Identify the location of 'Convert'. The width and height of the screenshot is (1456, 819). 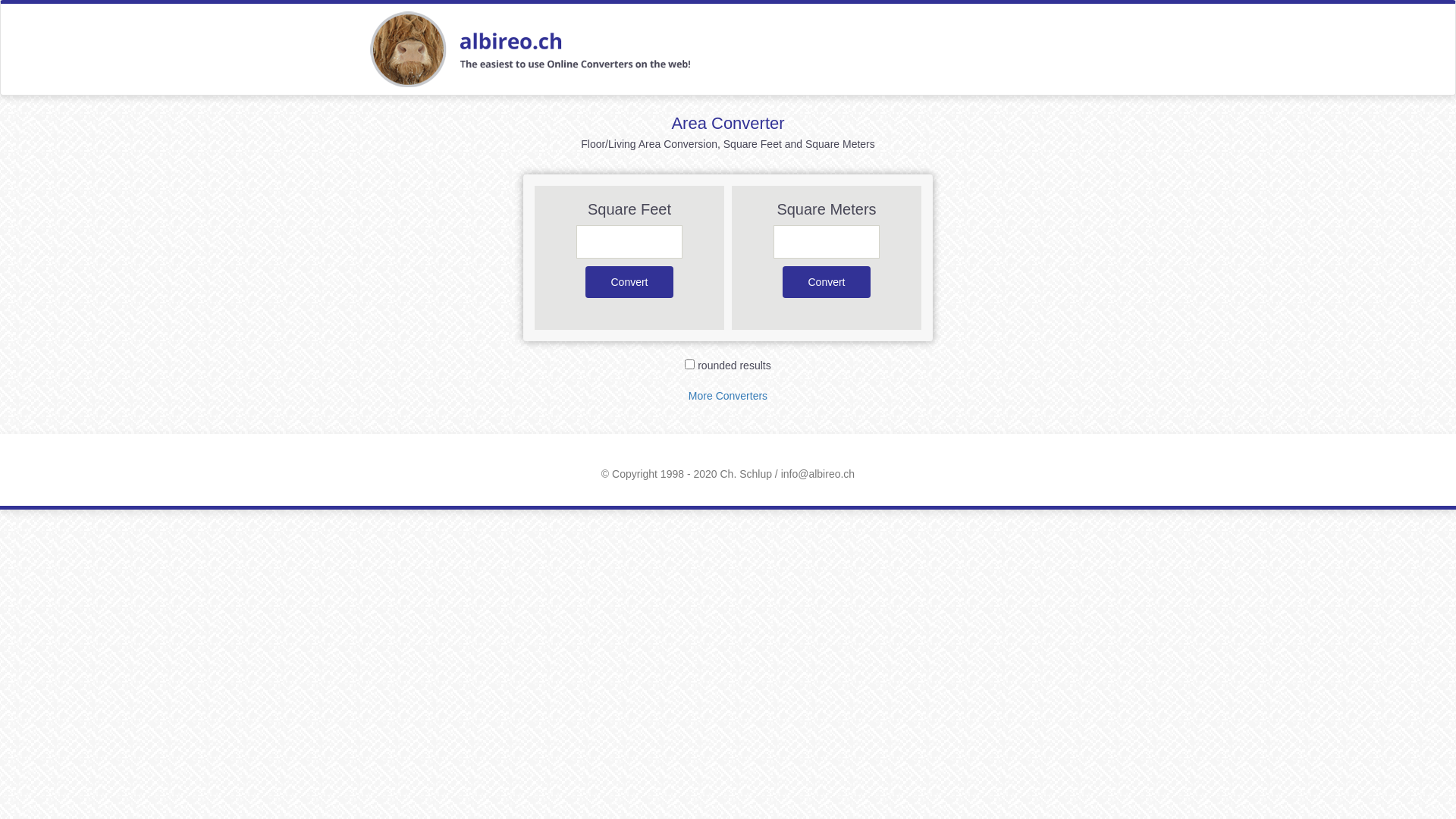
(629, 281).